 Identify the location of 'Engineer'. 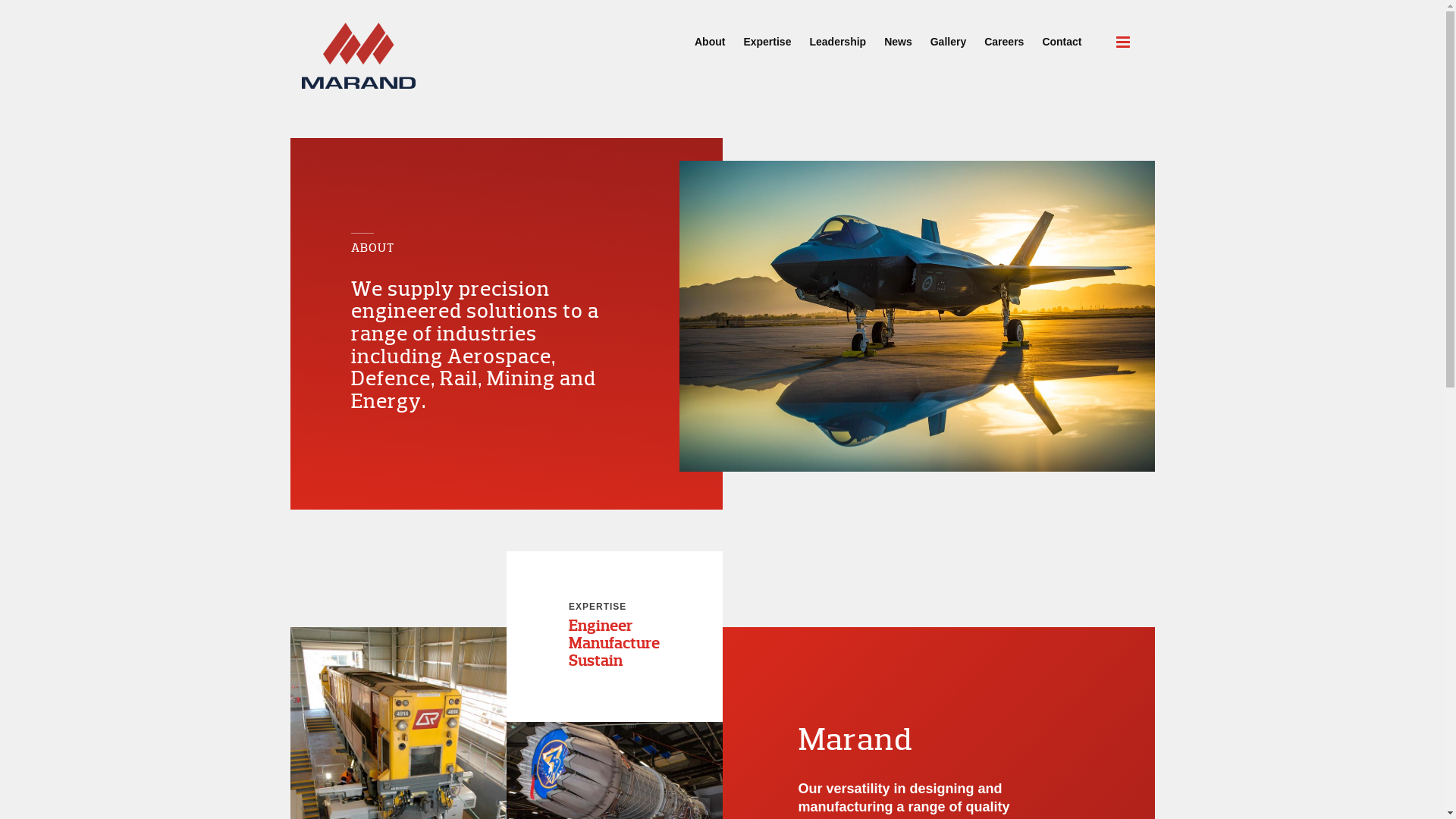
(600, 626).